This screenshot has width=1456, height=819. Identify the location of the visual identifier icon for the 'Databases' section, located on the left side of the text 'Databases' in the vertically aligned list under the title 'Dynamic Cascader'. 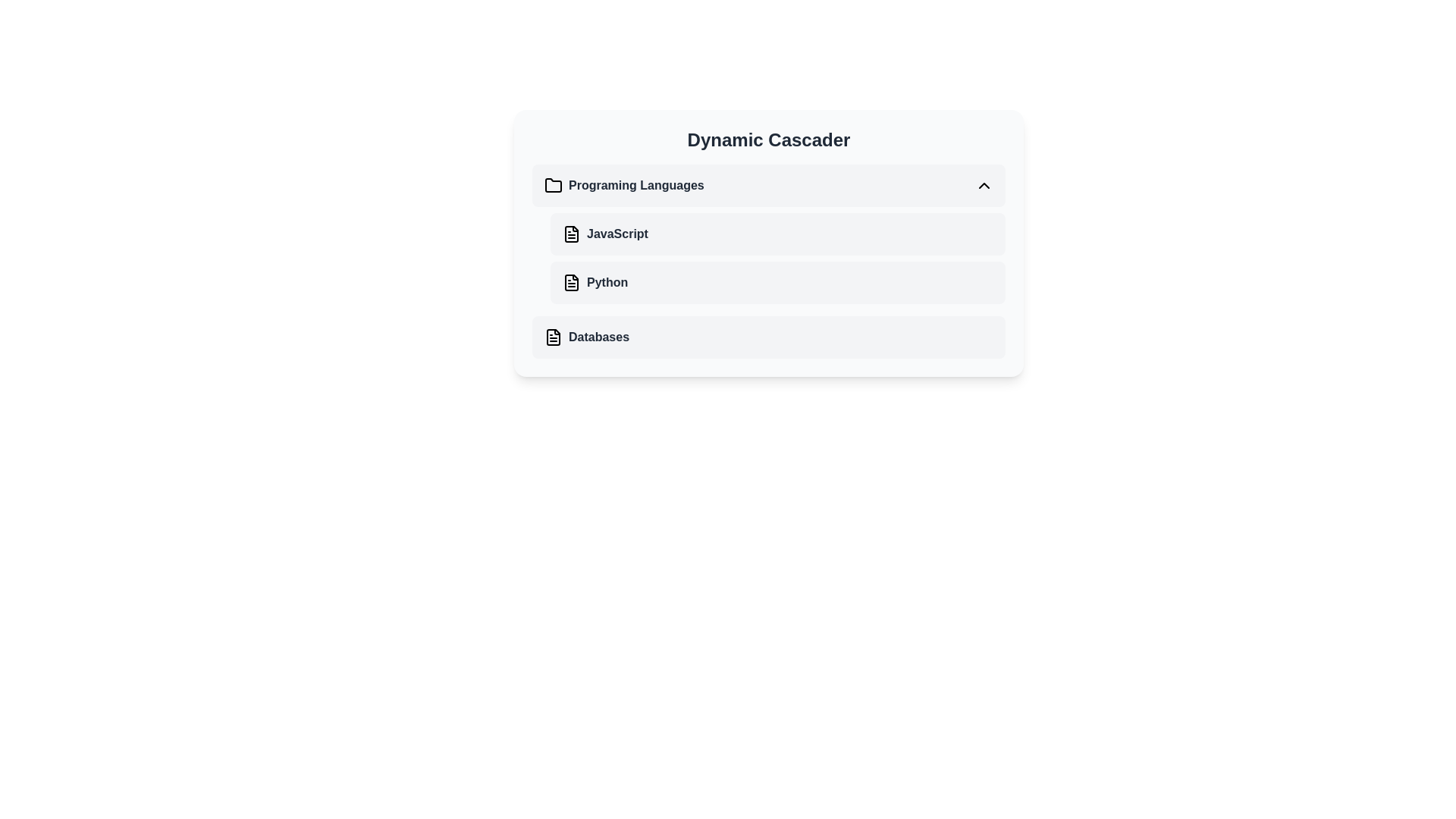
(552, 336).